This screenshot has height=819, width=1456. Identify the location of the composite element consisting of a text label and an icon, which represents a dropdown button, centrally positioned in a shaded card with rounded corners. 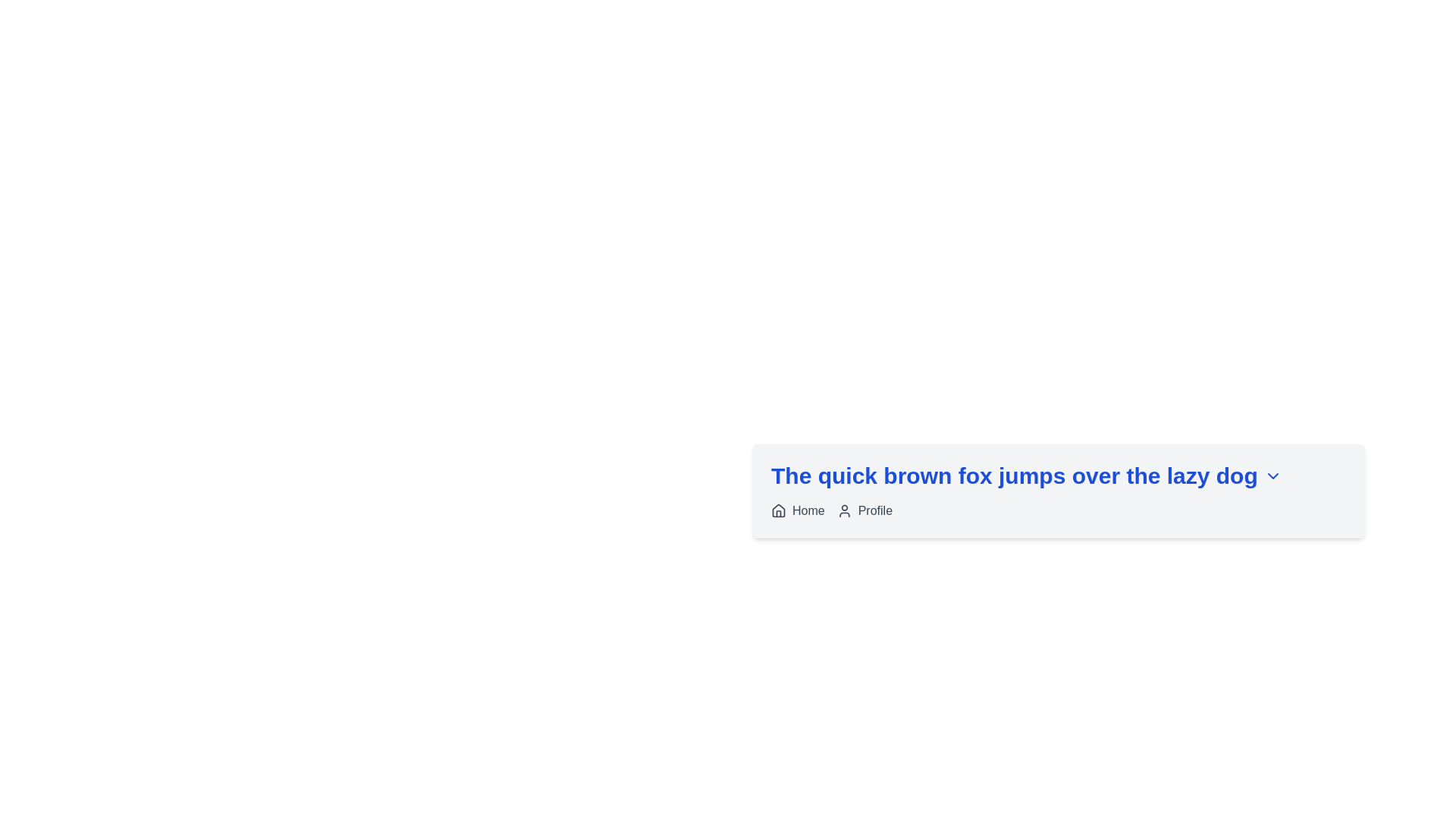
(1058, 475).